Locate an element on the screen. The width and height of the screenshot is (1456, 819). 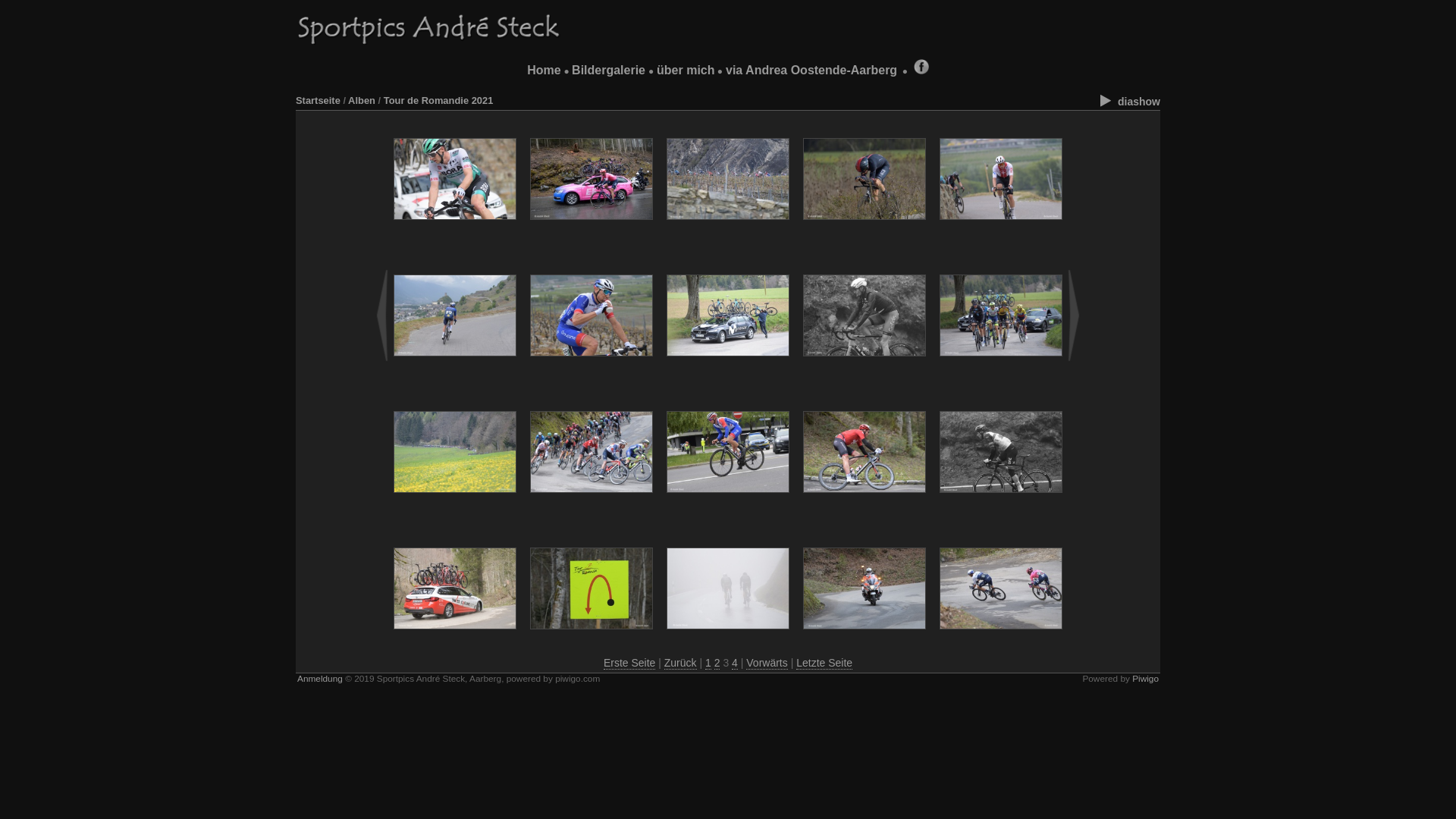
'<' is located at coordinates (382, 315).